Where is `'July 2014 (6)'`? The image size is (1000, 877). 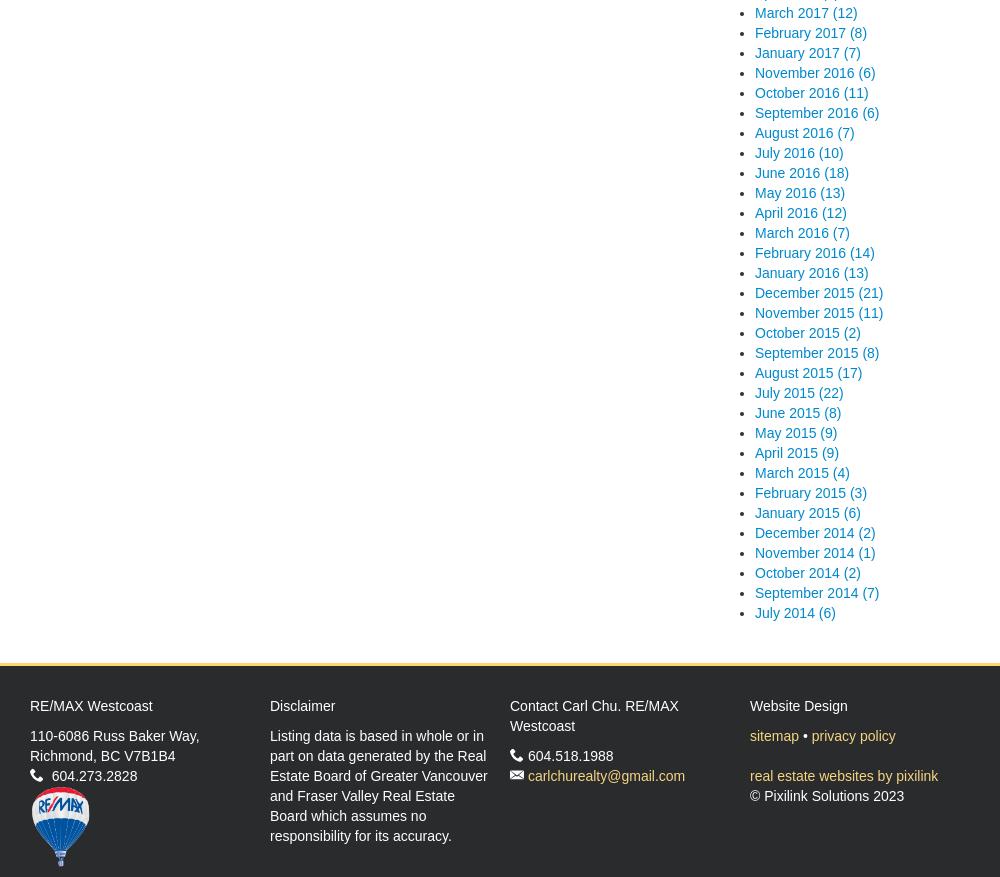 'July 2014 (6)' is located at coordinates (755, 612).